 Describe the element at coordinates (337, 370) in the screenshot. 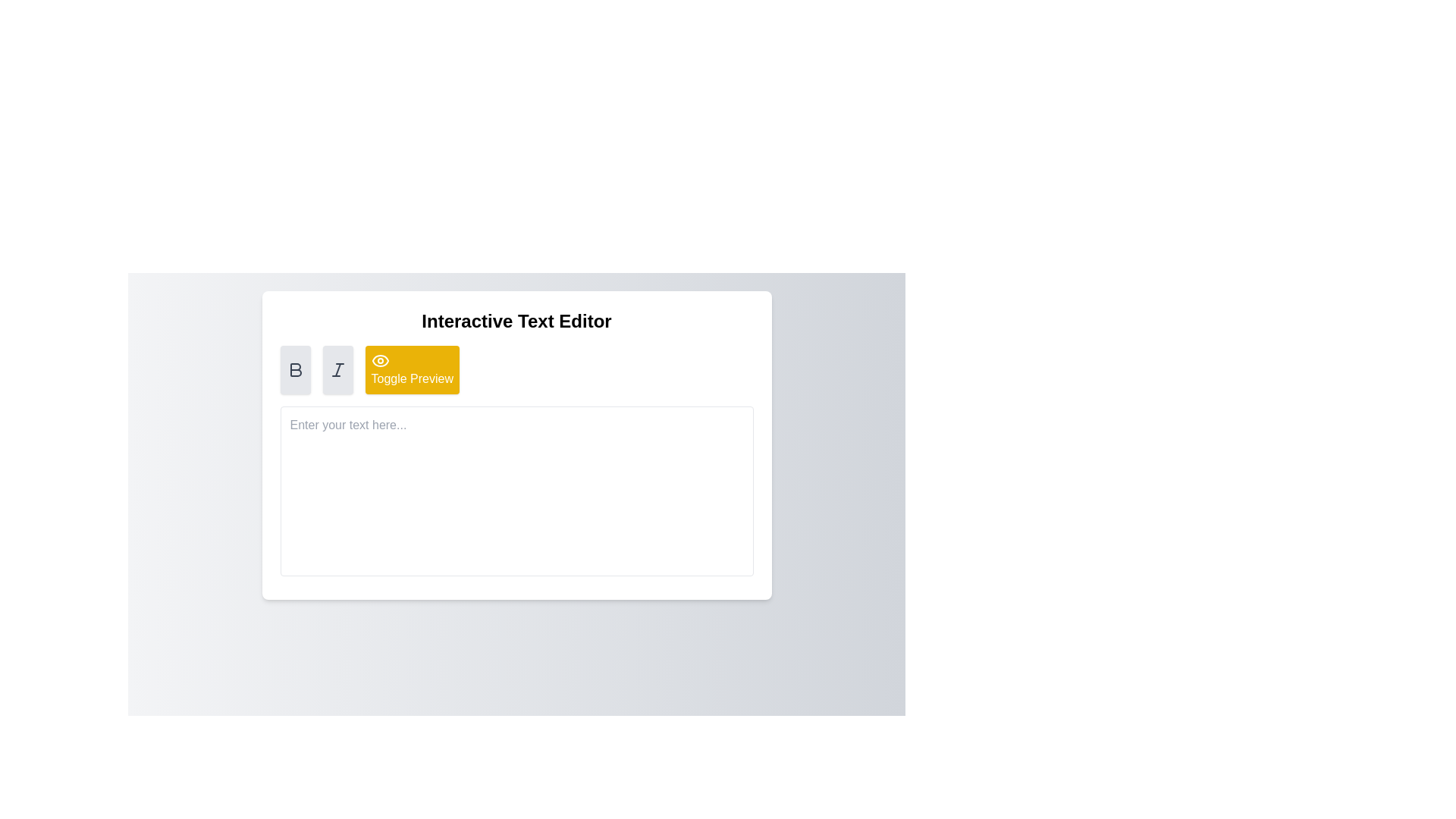

I see `the second icon button in the horizontal row` at that location.